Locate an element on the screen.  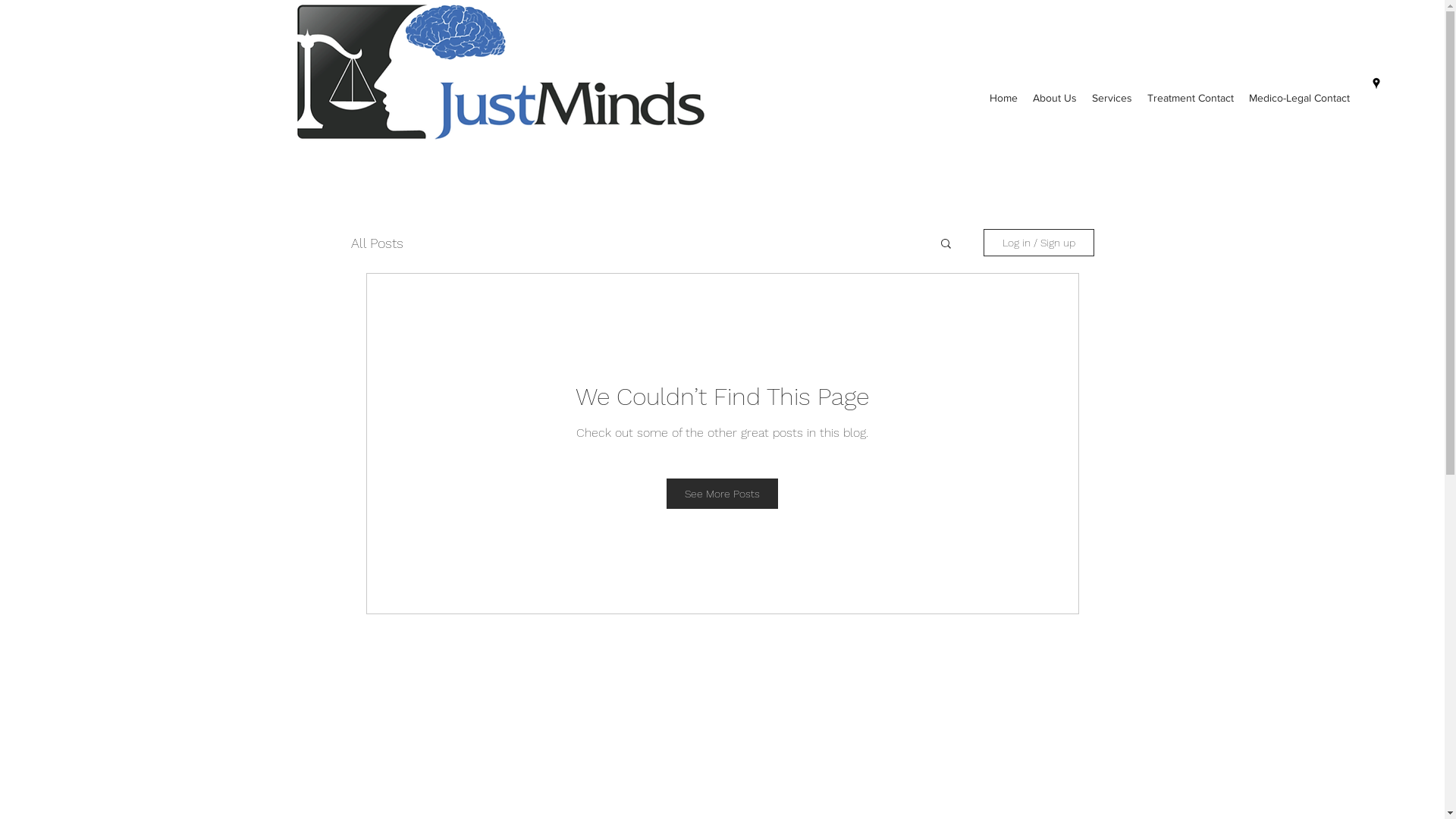
'Home' is located at coordinates (982, 98).